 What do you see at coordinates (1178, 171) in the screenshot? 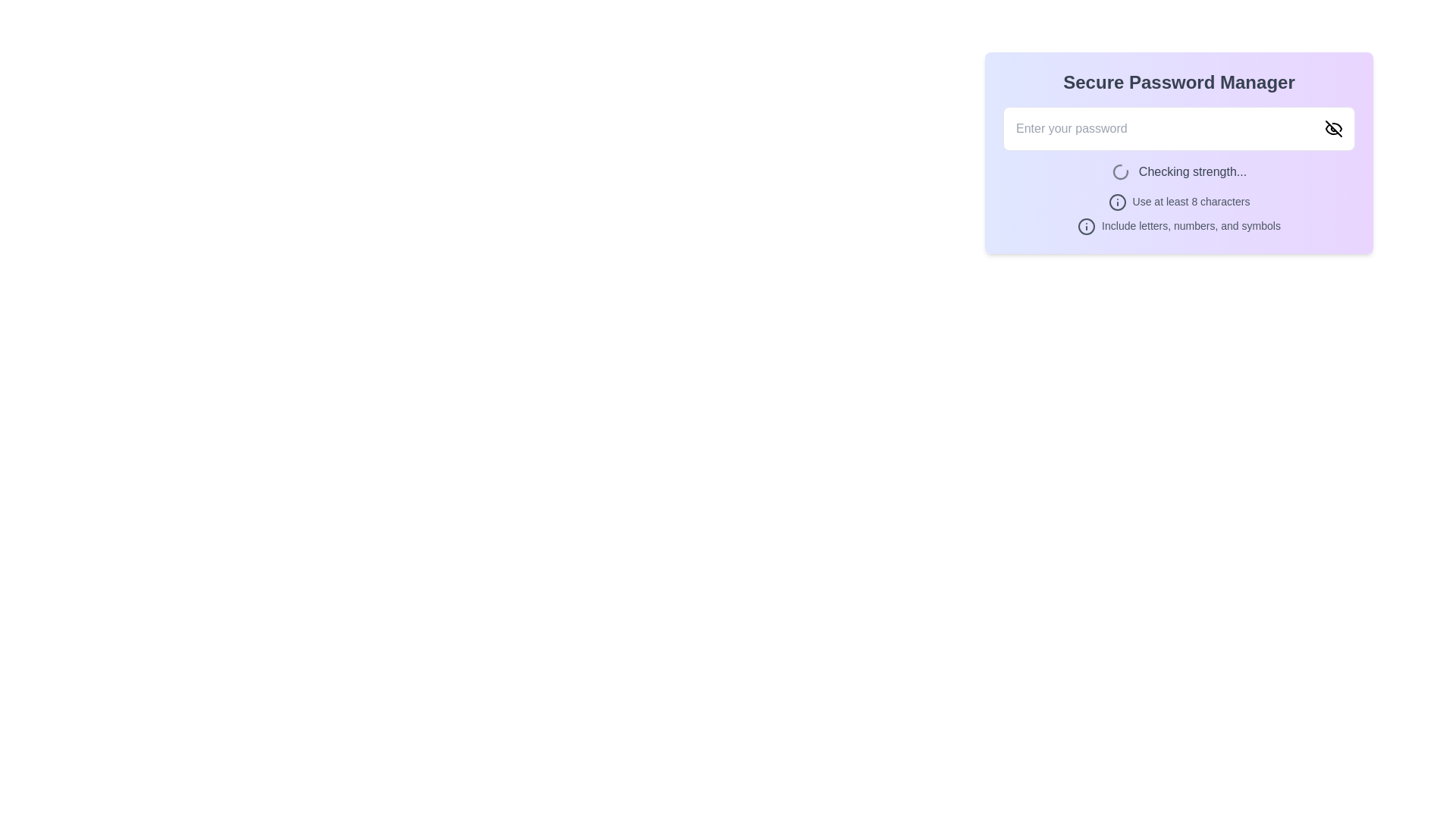
I see `the Status indicator that displays a spinning gray loader icon followed by the text 'Checking strength...', located beneath the password input field` at bounding box center [1178, 171].